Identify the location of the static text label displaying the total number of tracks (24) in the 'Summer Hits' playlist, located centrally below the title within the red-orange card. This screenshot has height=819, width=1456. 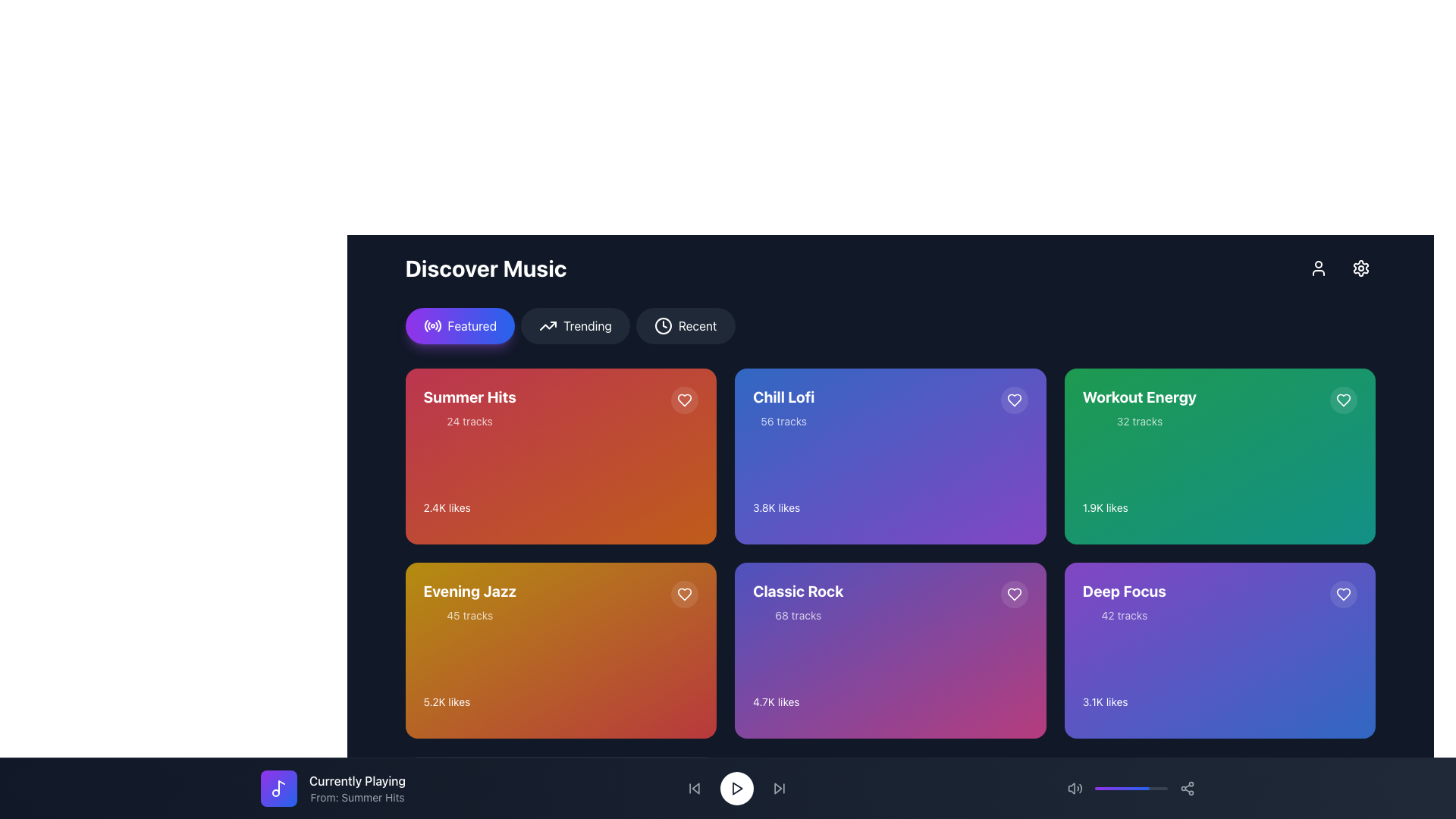
(469, 421).